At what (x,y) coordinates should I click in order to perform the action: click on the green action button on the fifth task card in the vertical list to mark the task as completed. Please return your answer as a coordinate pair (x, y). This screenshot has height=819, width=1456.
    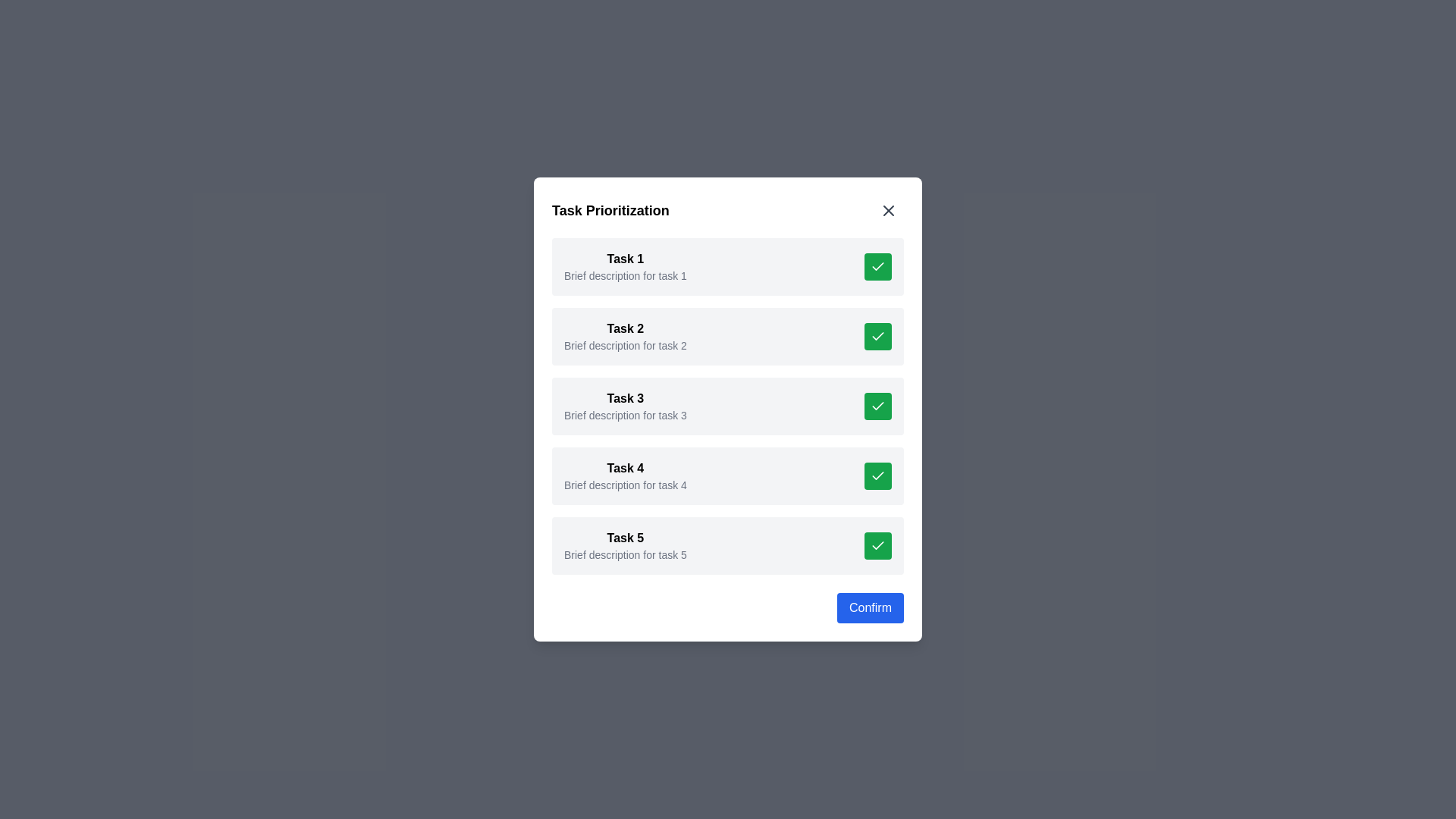
    Looking at the image, I should click on (728, 546).